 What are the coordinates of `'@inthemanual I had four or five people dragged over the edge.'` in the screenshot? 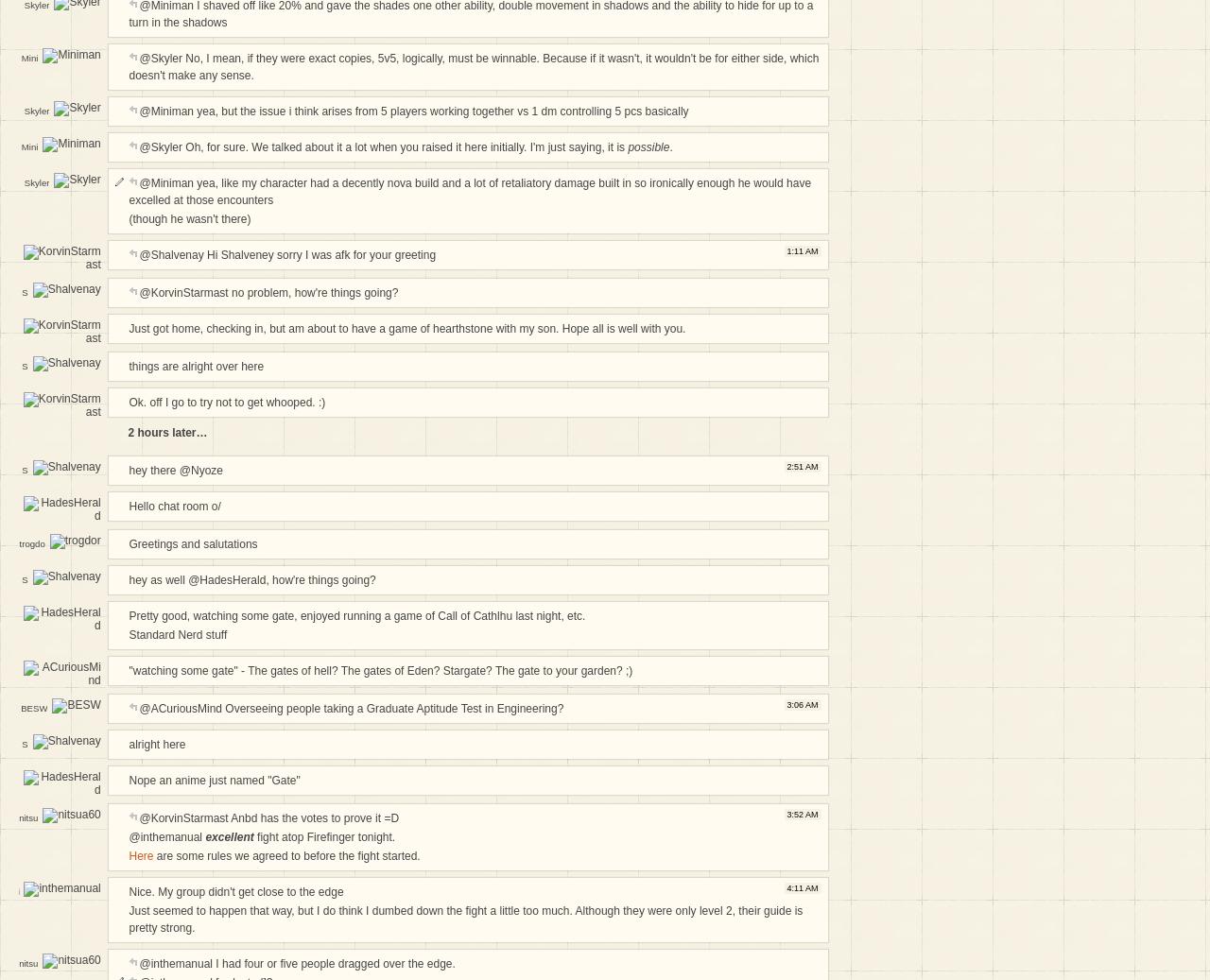 It's located at (295, 962).